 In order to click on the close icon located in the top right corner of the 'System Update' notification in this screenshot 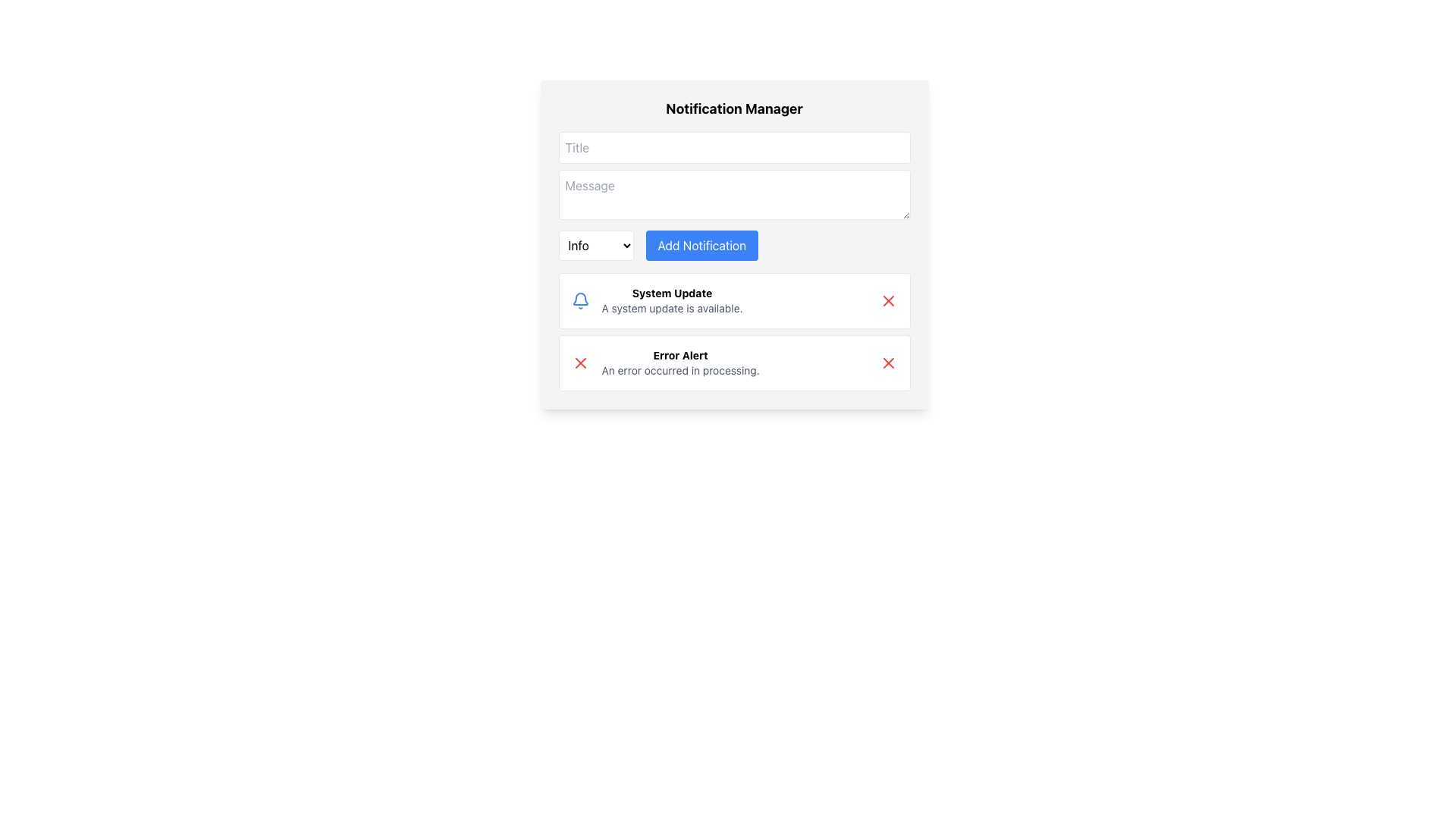, I will do `click(888, 301)`.